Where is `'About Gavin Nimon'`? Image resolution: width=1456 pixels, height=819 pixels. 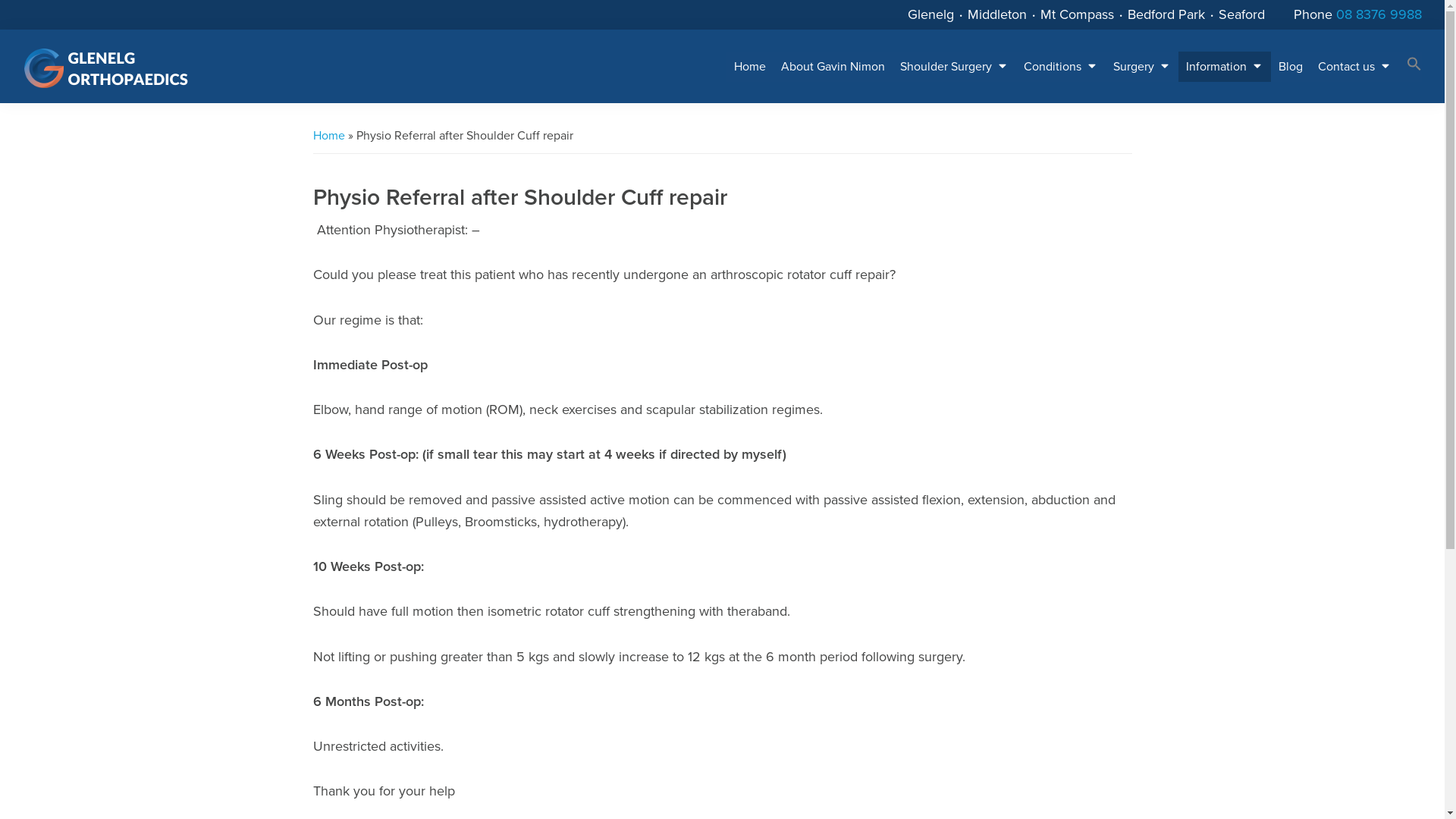
'About Gavin Nimon' is located at coordinates (832, 66).